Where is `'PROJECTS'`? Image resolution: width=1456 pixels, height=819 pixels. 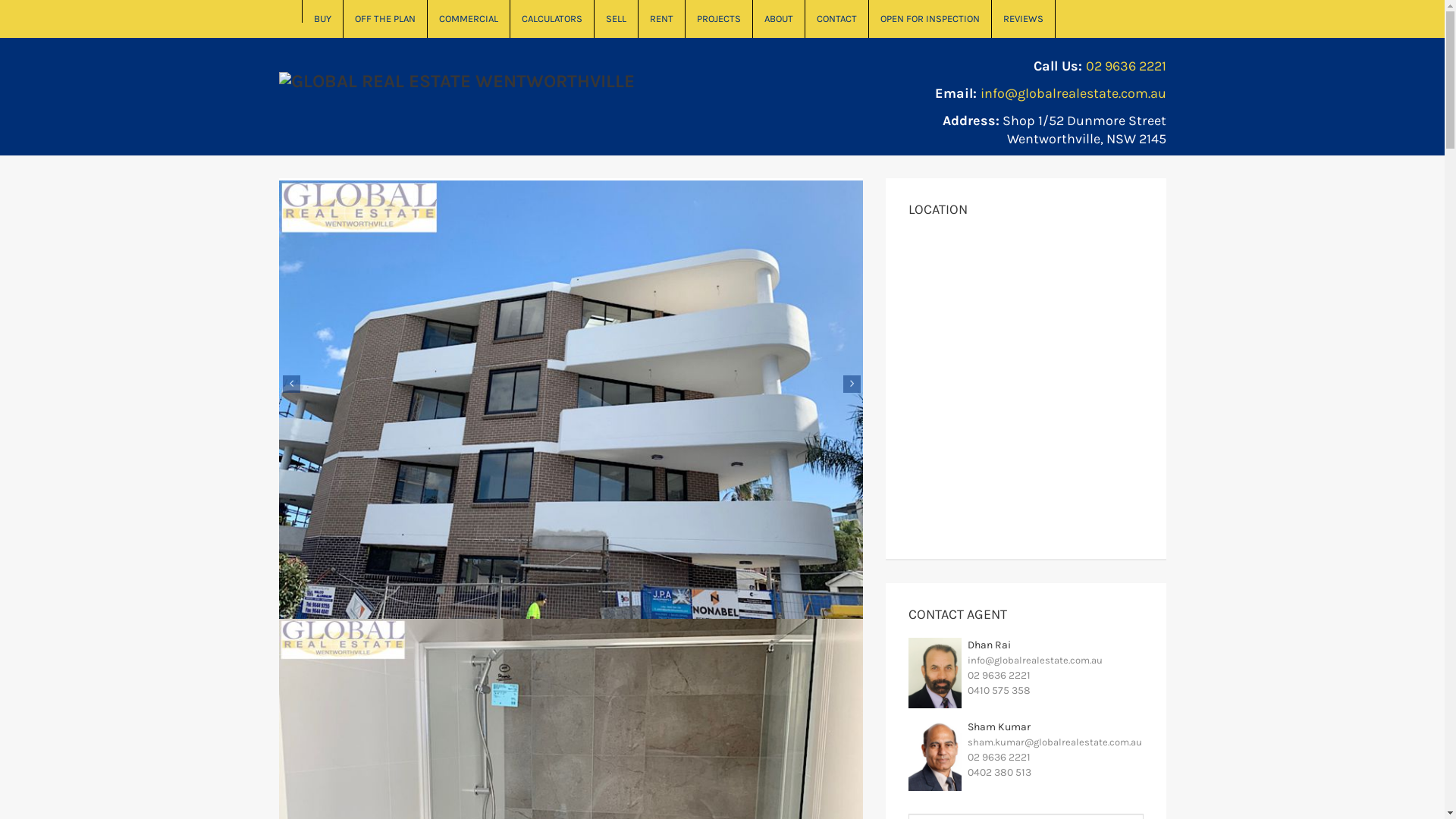
'PROJECTS' is located at coordinates (718, 18).